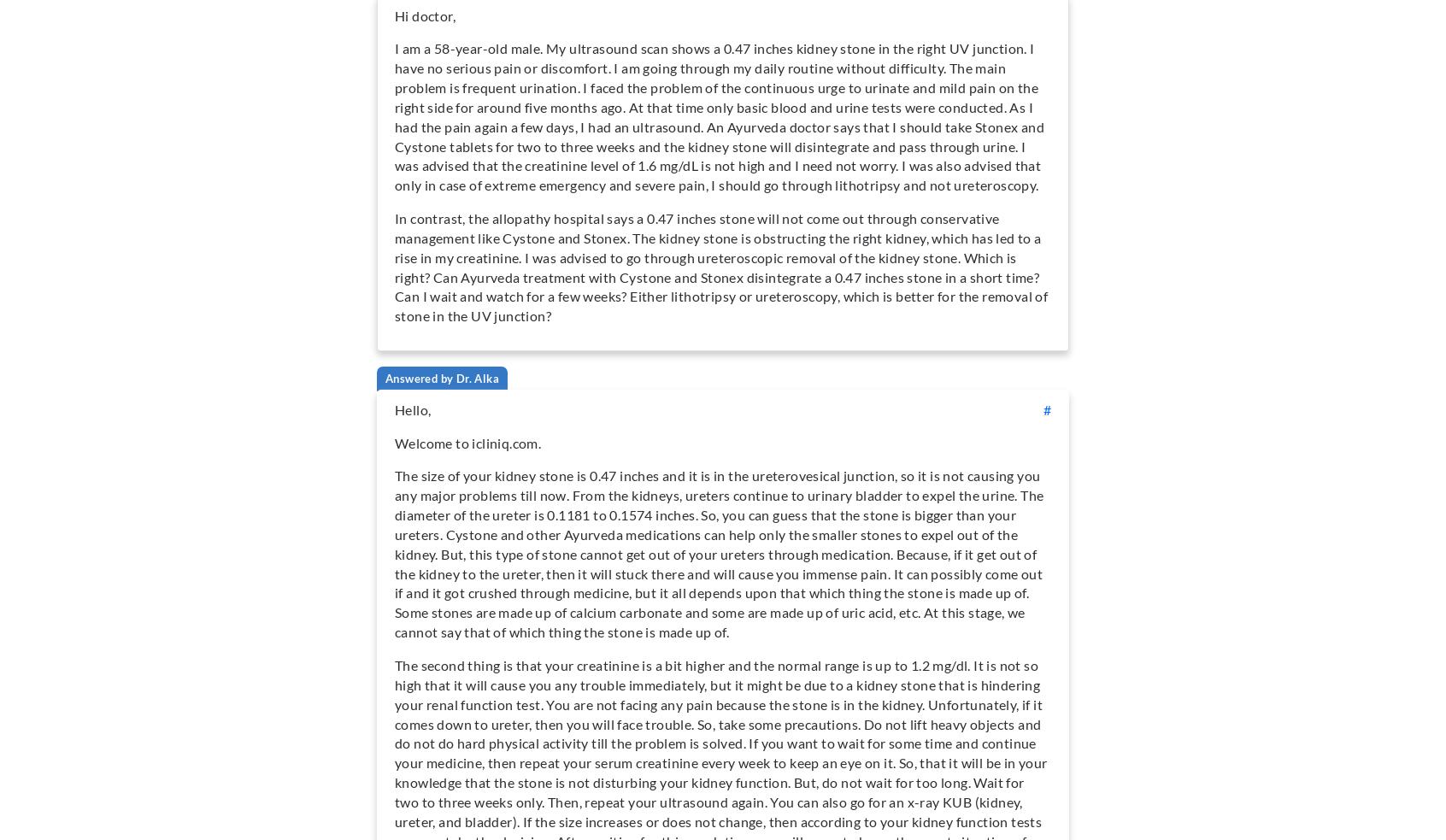 This screenshot has height=840, width=1446. What do you see at coordinates (348, 291) in the screenshot?
I see `'specialties we cover'` at bounding box center [348, 291].